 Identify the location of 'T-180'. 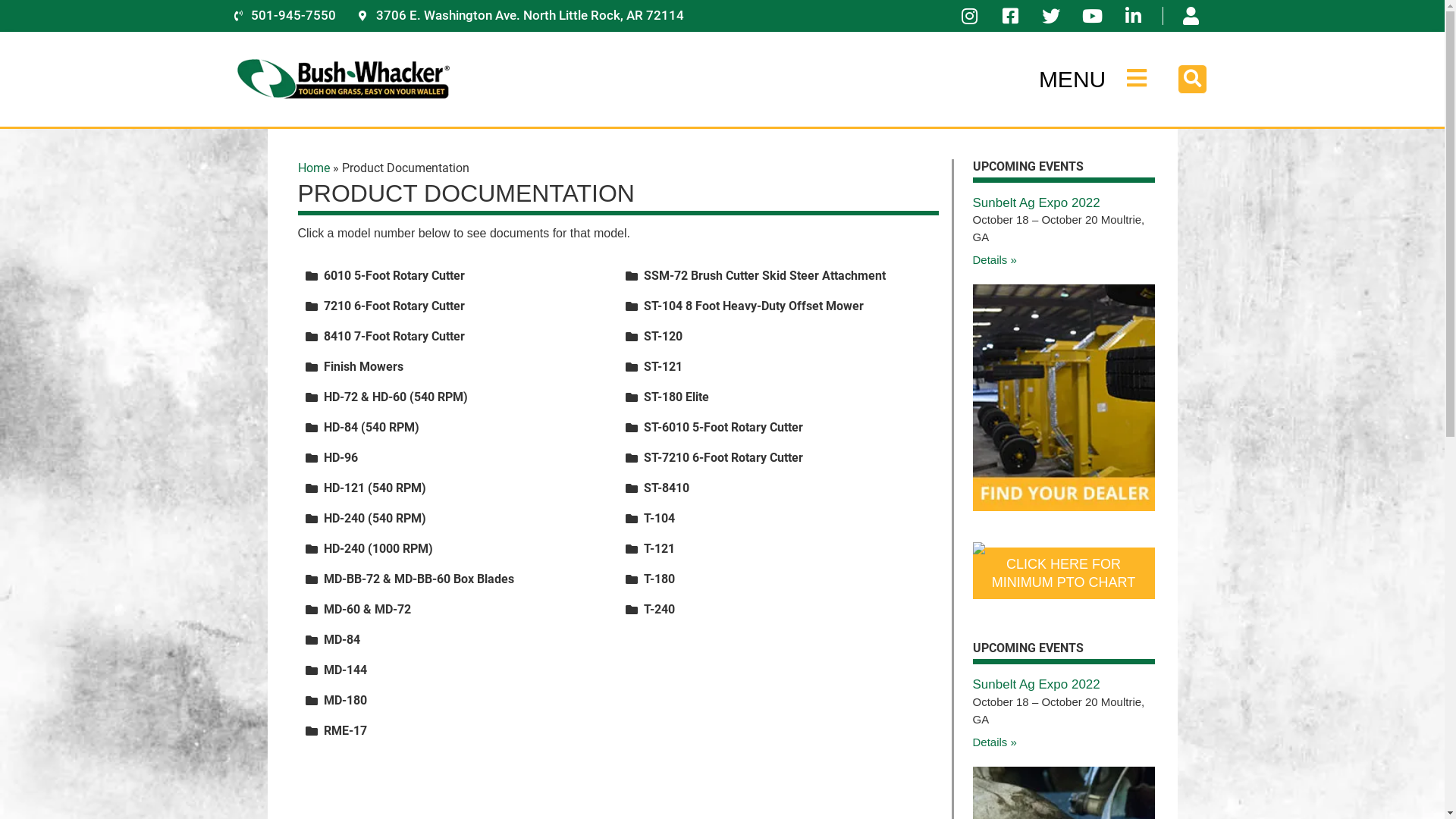
(659, 579).